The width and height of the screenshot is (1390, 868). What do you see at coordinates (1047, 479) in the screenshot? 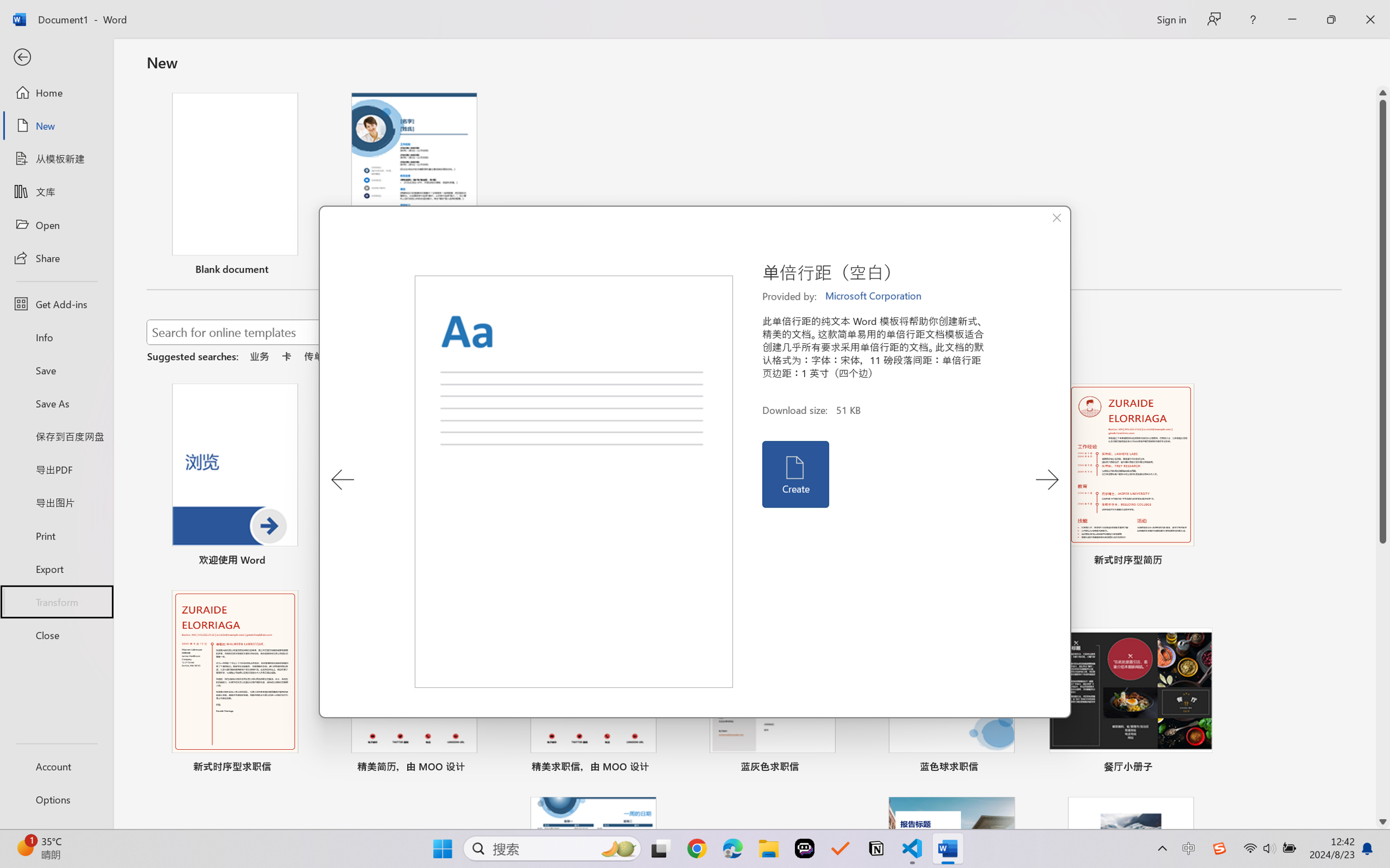
I see `'Next Template'` at bounding box center [1047, 479].